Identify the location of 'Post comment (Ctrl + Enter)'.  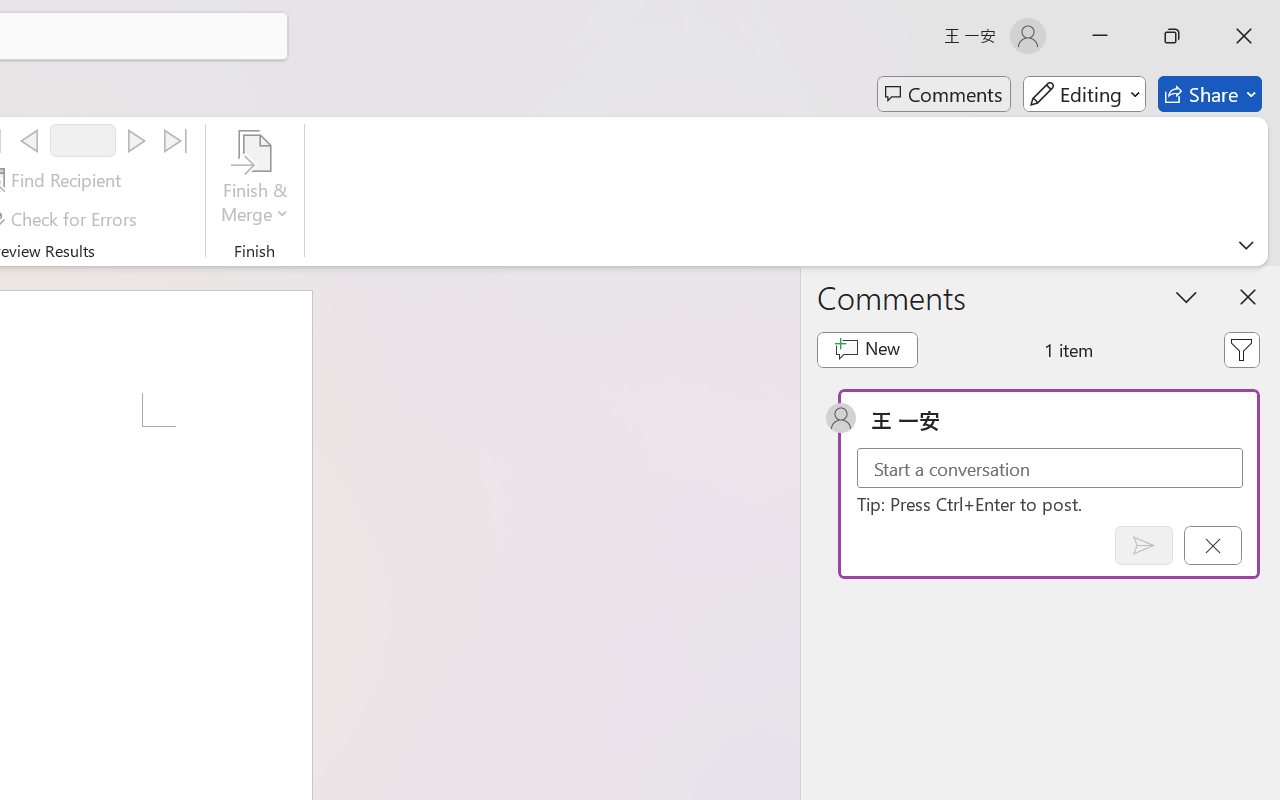
(1143, 545).